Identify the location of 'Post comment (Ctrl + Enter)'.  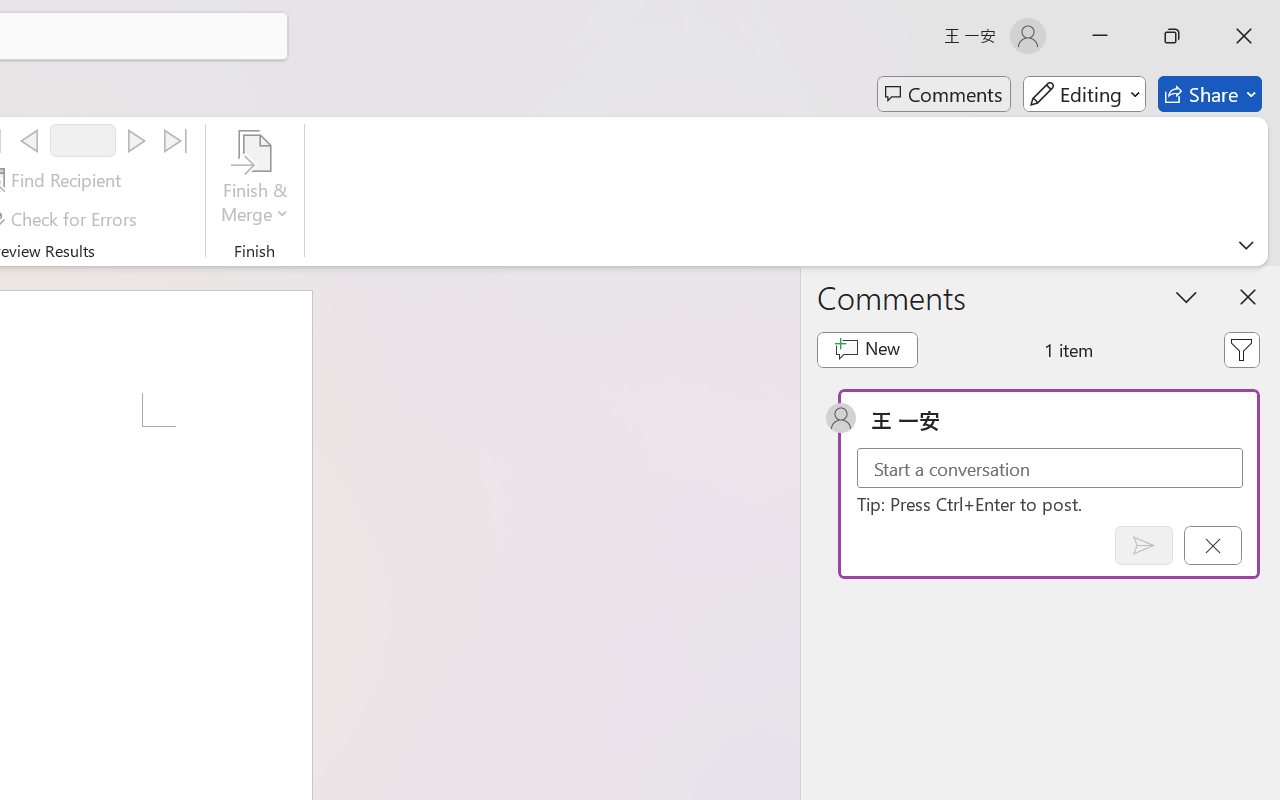
(1143, 545).